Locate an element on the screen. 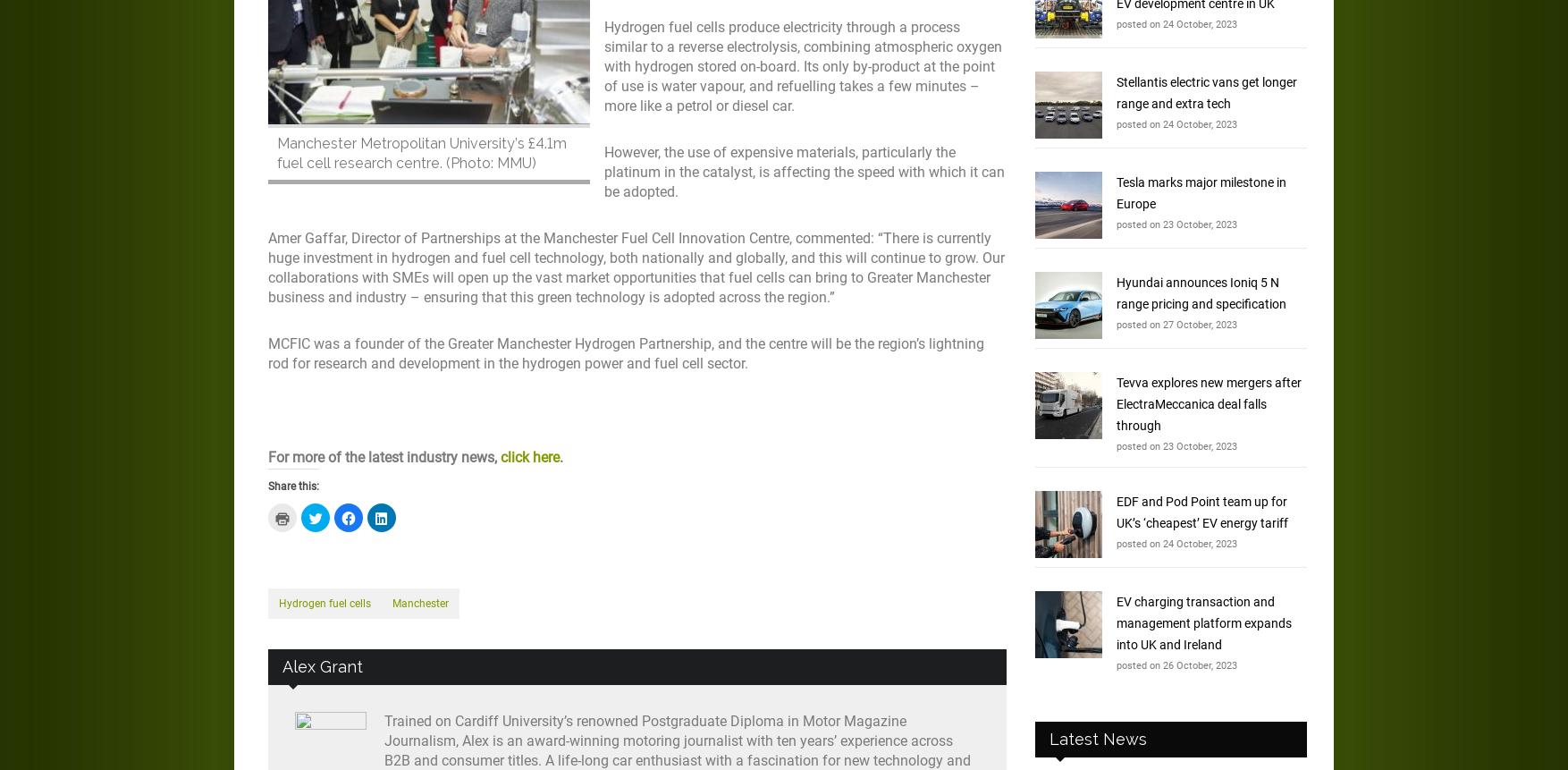 The height and width of the screenshot is (770, 1568). 'Tevva explores new mergers after ElectraMeccanica deal falls through' is located at coordinates (1115, 402).